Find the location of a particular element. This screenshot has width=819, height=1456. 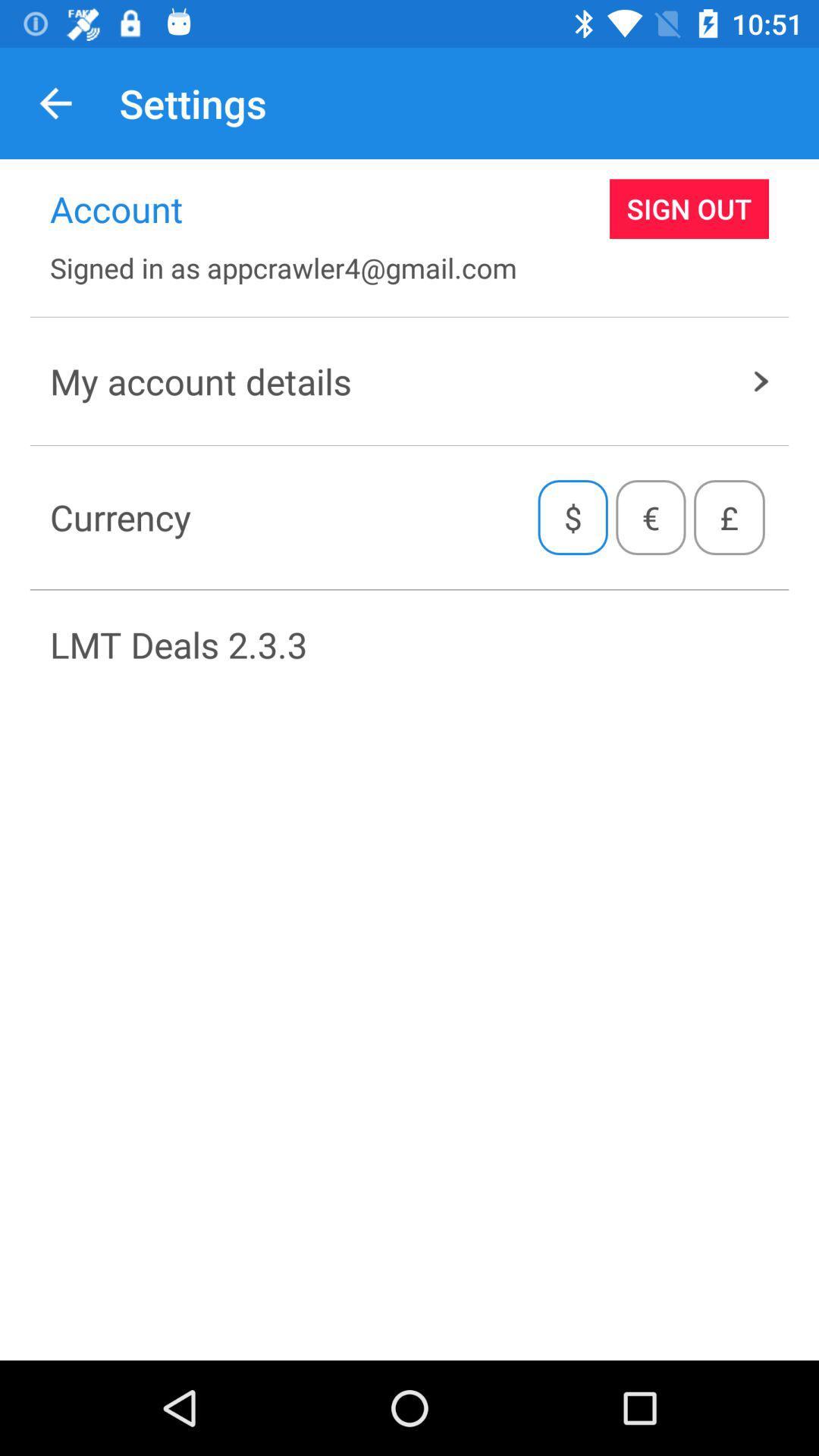

item next to currency icon is located at coordinates (573, 517).